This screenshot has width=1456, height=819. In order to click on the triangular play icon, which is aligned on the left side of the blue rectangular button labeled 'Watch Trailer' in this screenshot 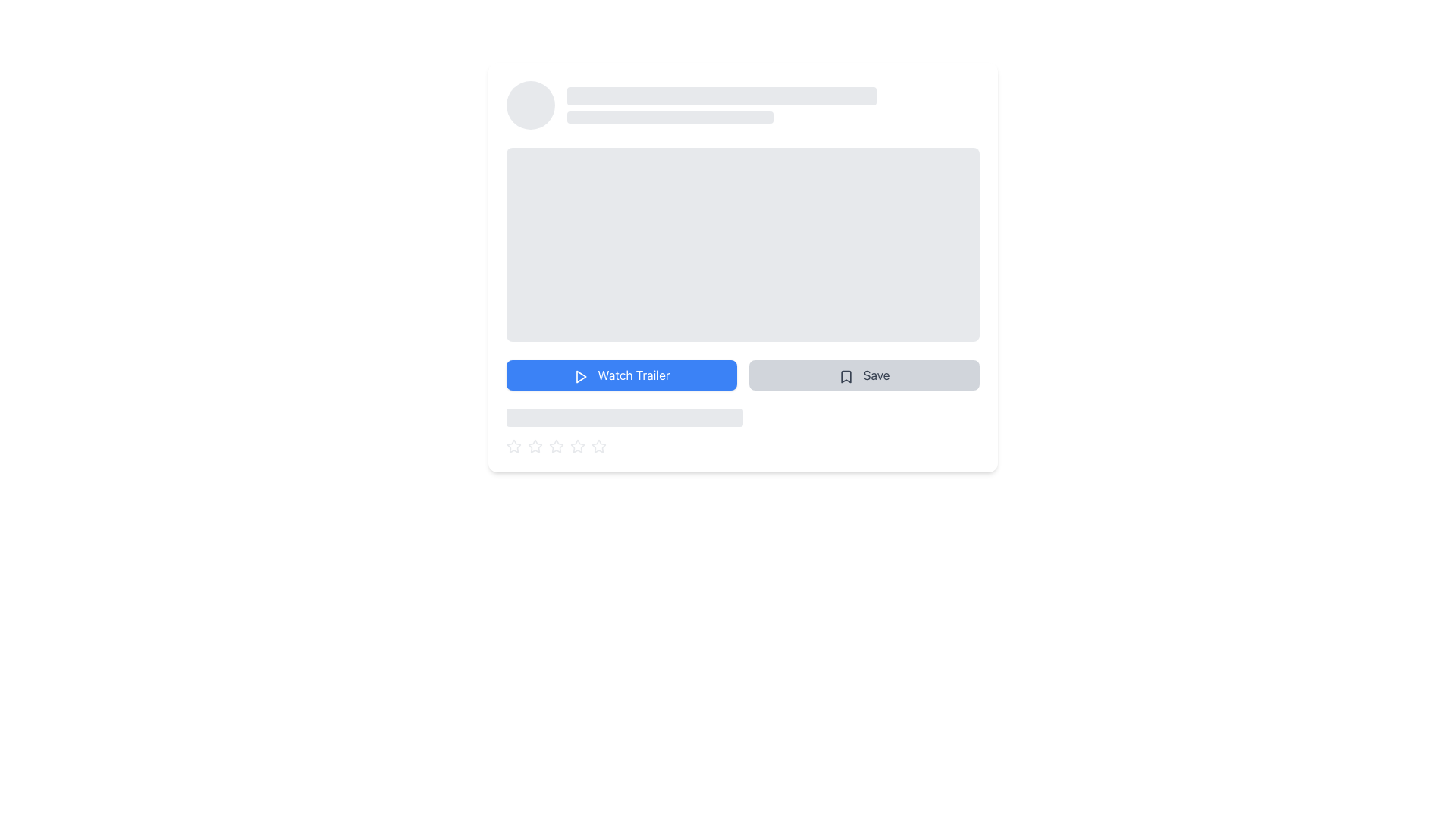, I will do `click(581, 375)`.